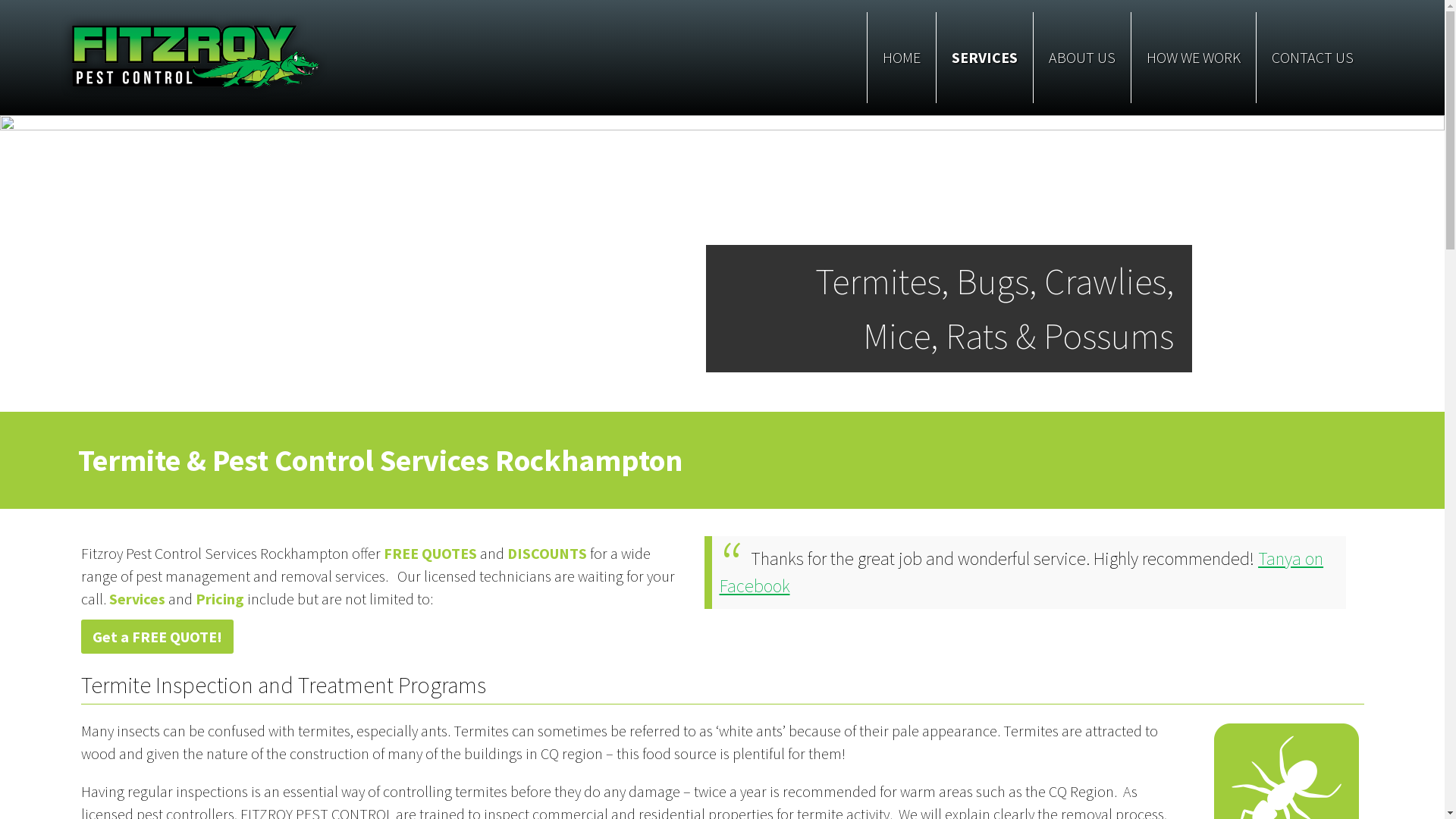 The image size is (1456, 819). I want to click on 'Get a FREE QUOTE!', so click(156, 636).